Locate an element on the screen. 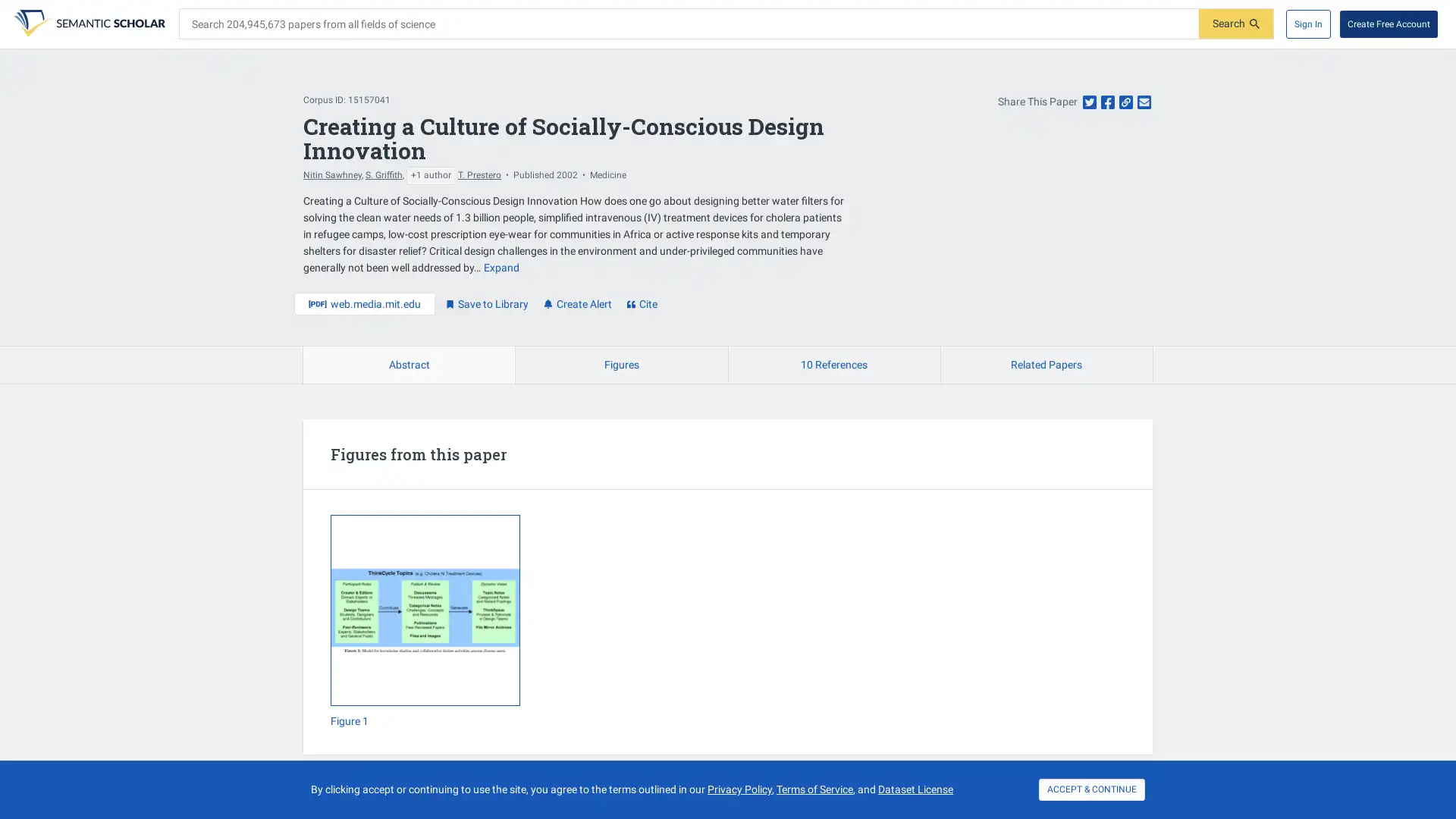  Create Free Account is located at coordinates (1389, 24).